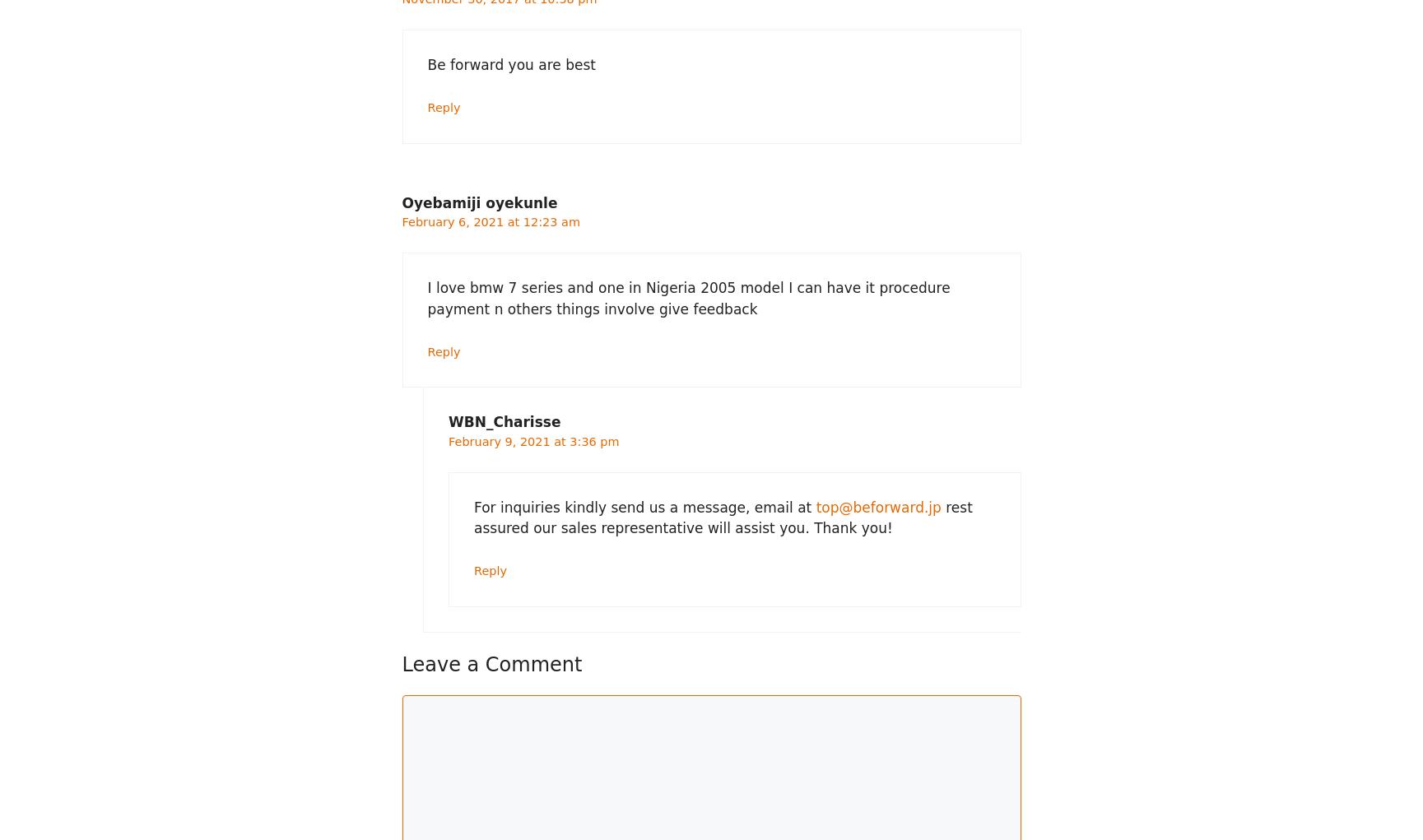 The width and height of the screenshot is (1423, 840). Describe the element at coordinates (504, 421) in the screenshot. I see `'WBN_Charisse'` at that location.